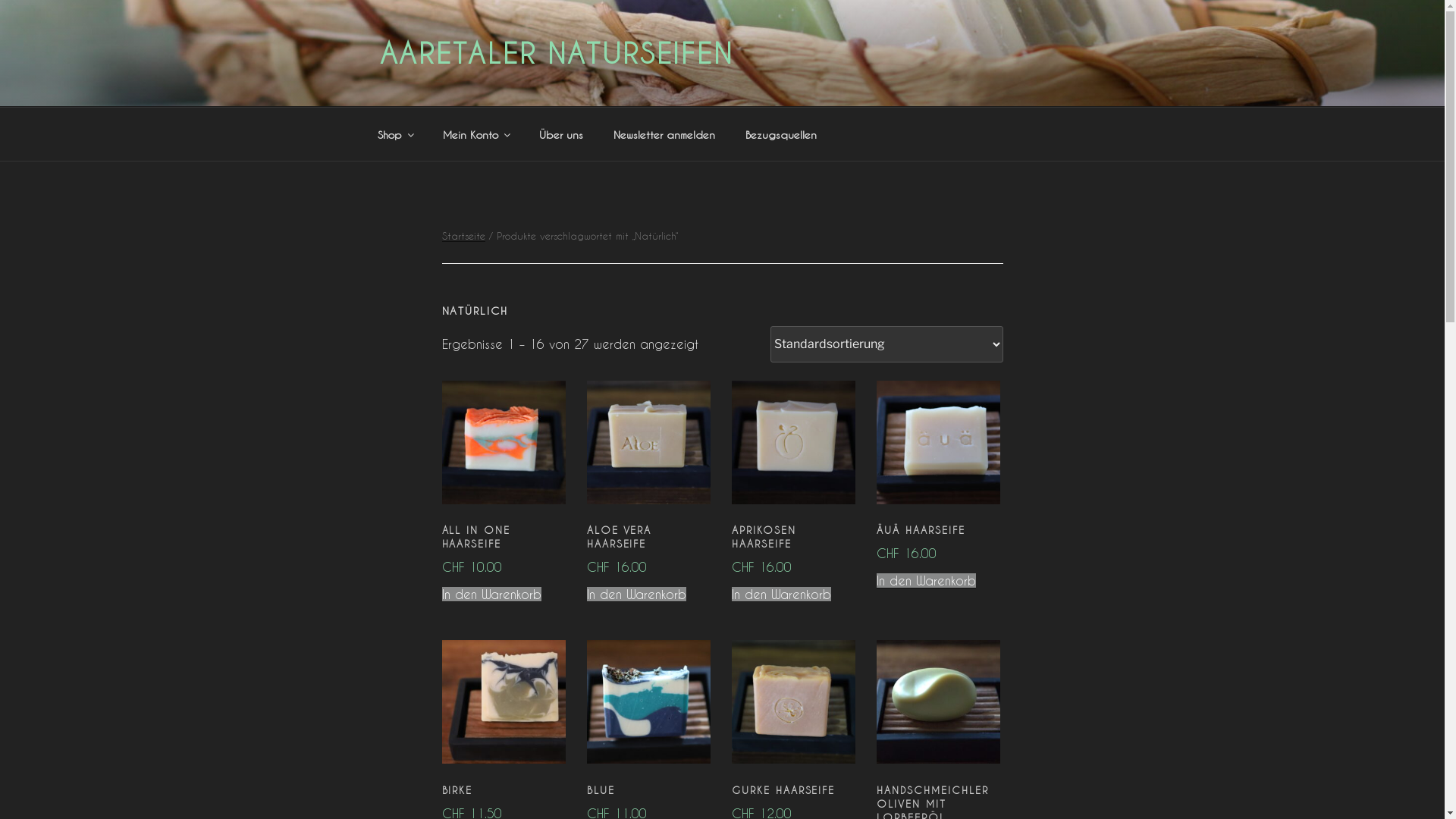  I want to click on 'AARETALER NATURSEIFEN', so click(555, 52).